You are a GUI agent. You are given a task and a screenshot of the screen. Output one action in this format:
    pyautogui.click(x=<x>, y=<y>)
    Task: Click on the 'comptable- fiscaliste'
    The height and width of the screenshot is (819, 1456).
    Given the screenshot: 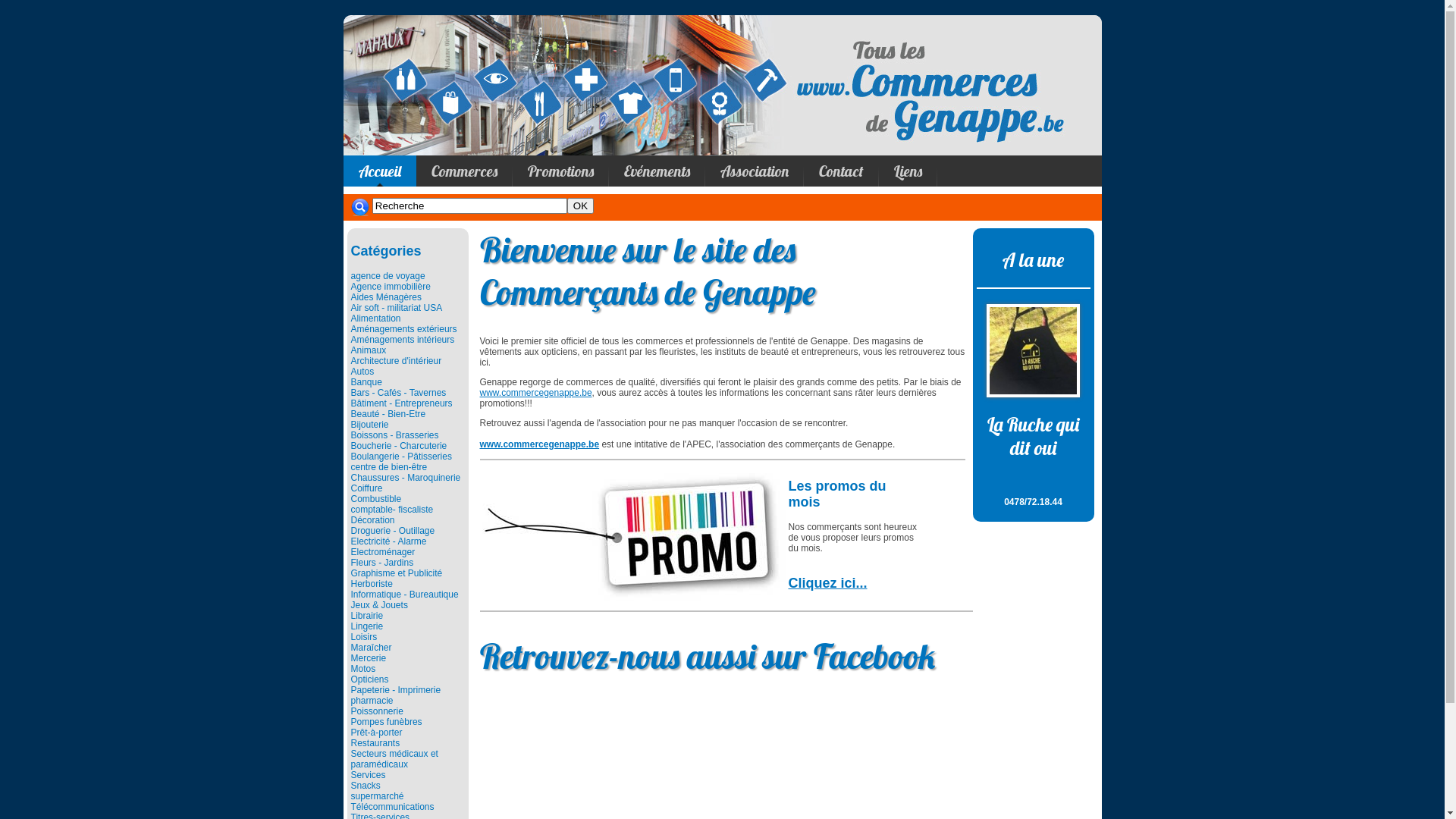 What is the action you would take?
    pyautogui.click(x=391, y=509)
    